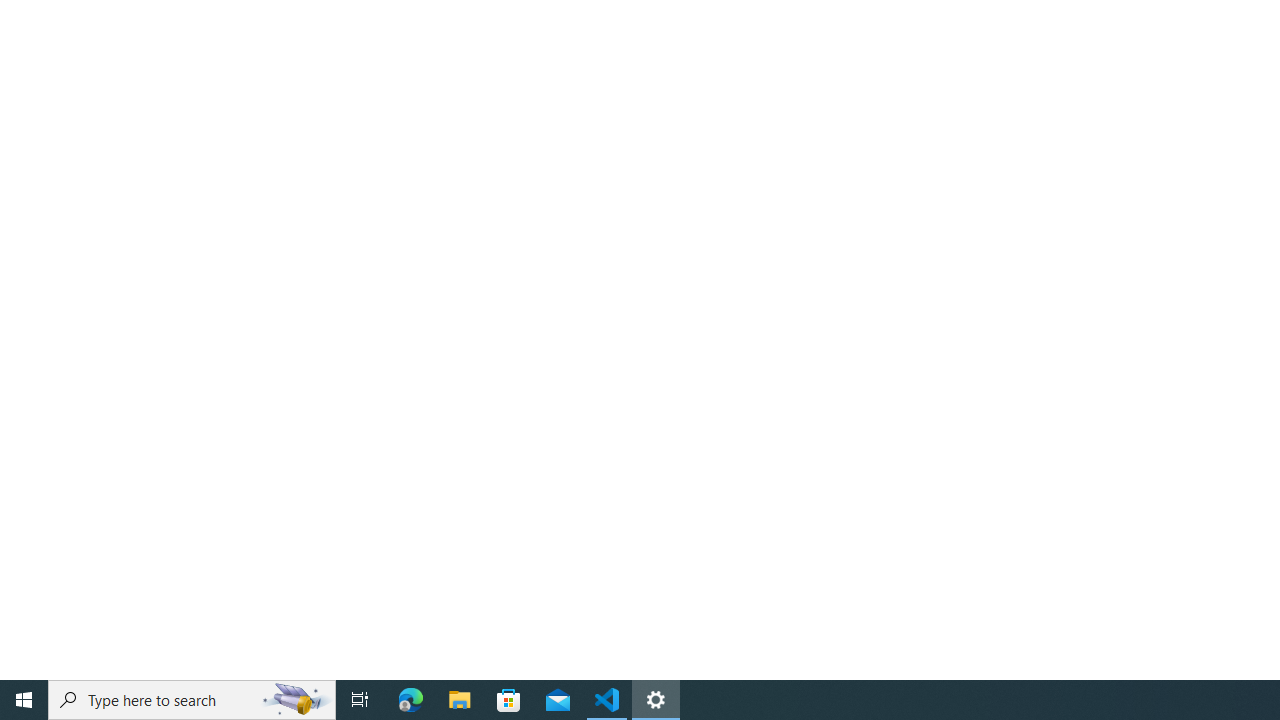 The image size is (1280, 720). Describe the element at coordinates (410, 698) in the screenshot. I see `'Microsoft Edge'` at that location.